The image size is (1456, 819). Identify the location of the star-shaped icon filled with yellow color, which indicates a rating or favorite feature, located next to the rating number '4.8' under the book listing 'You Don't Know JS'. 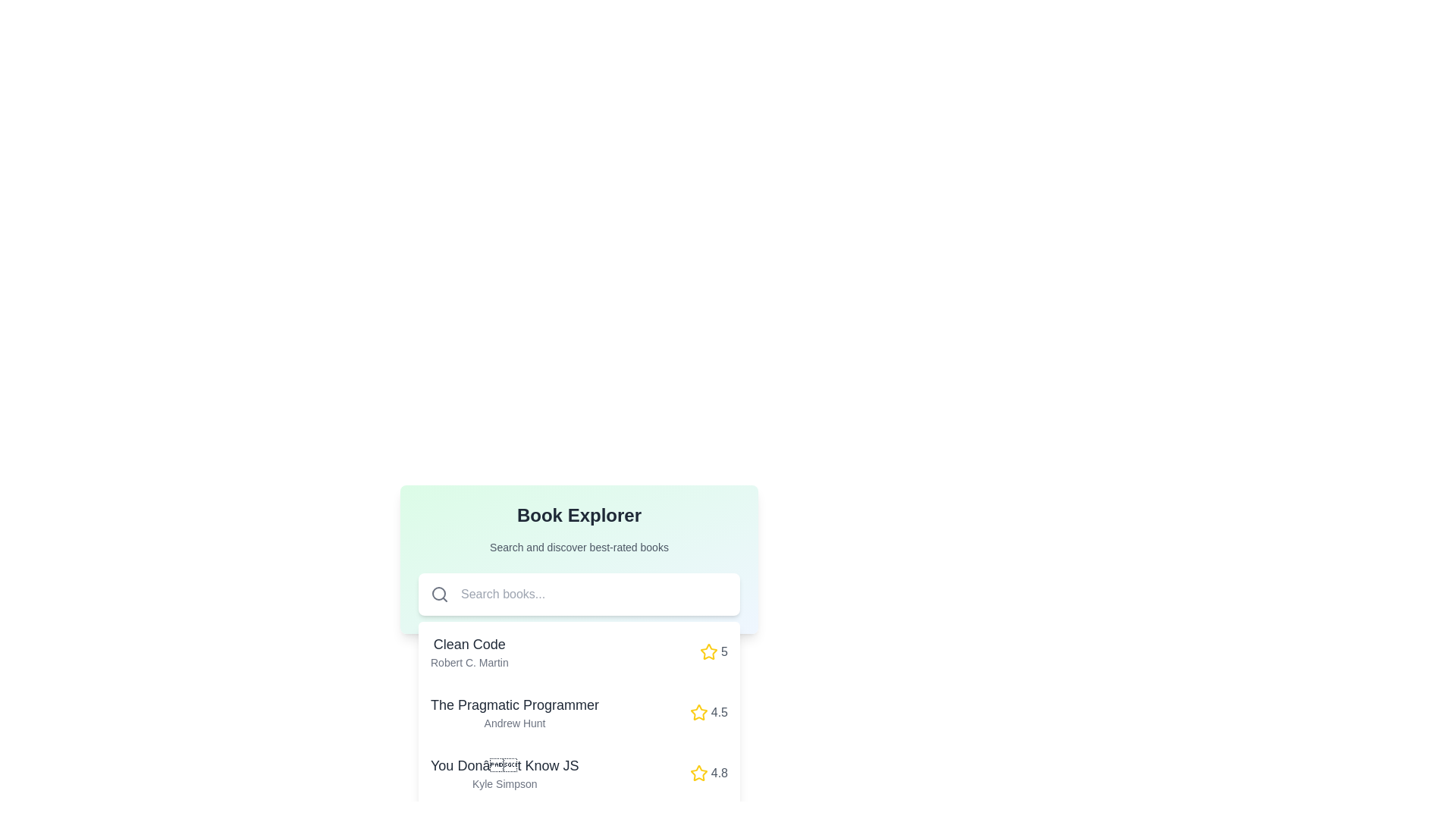
(698, 773).